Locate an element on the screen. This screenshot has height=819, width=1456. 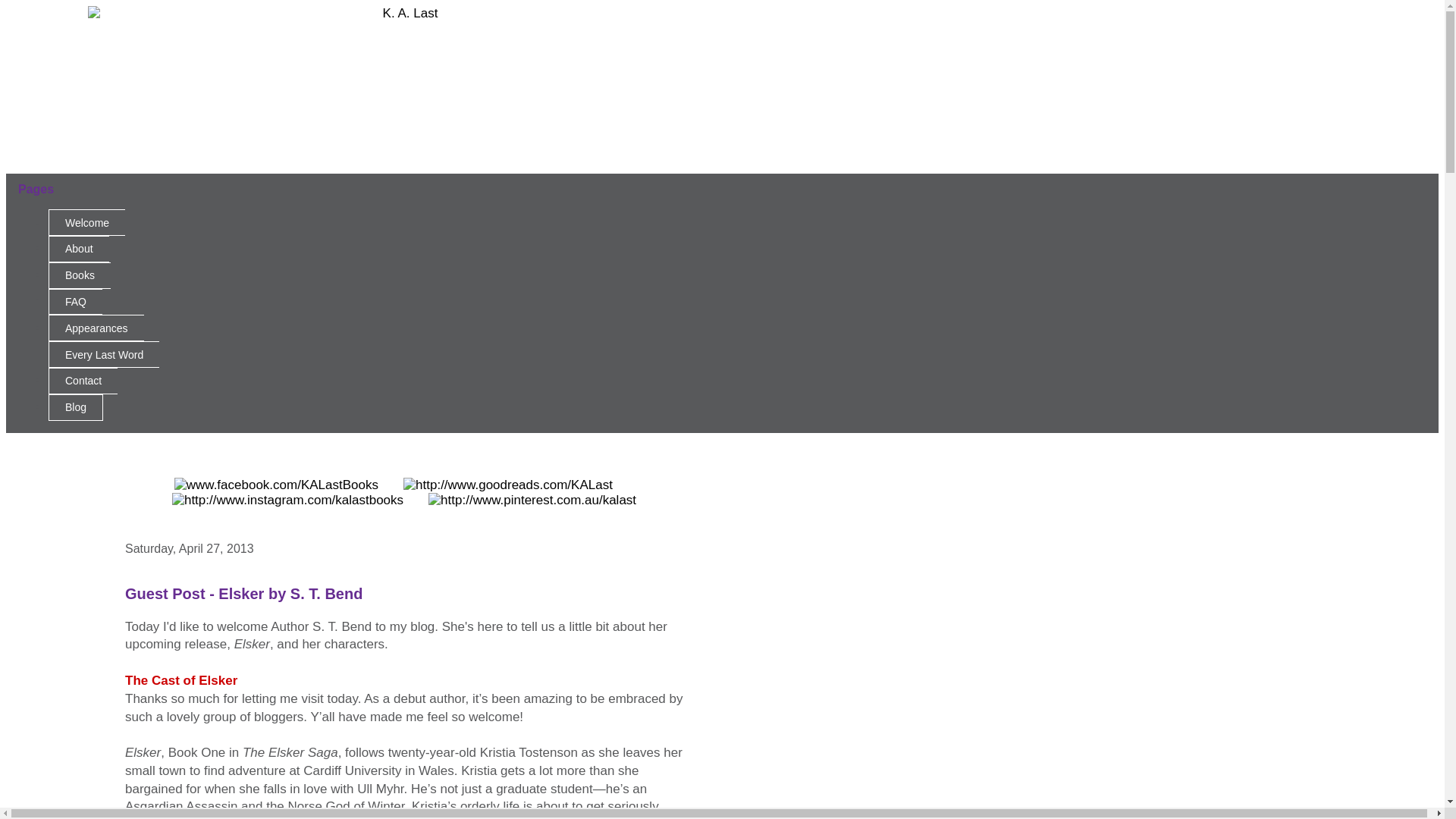
'Blog' is located at coordinates (48, 406).